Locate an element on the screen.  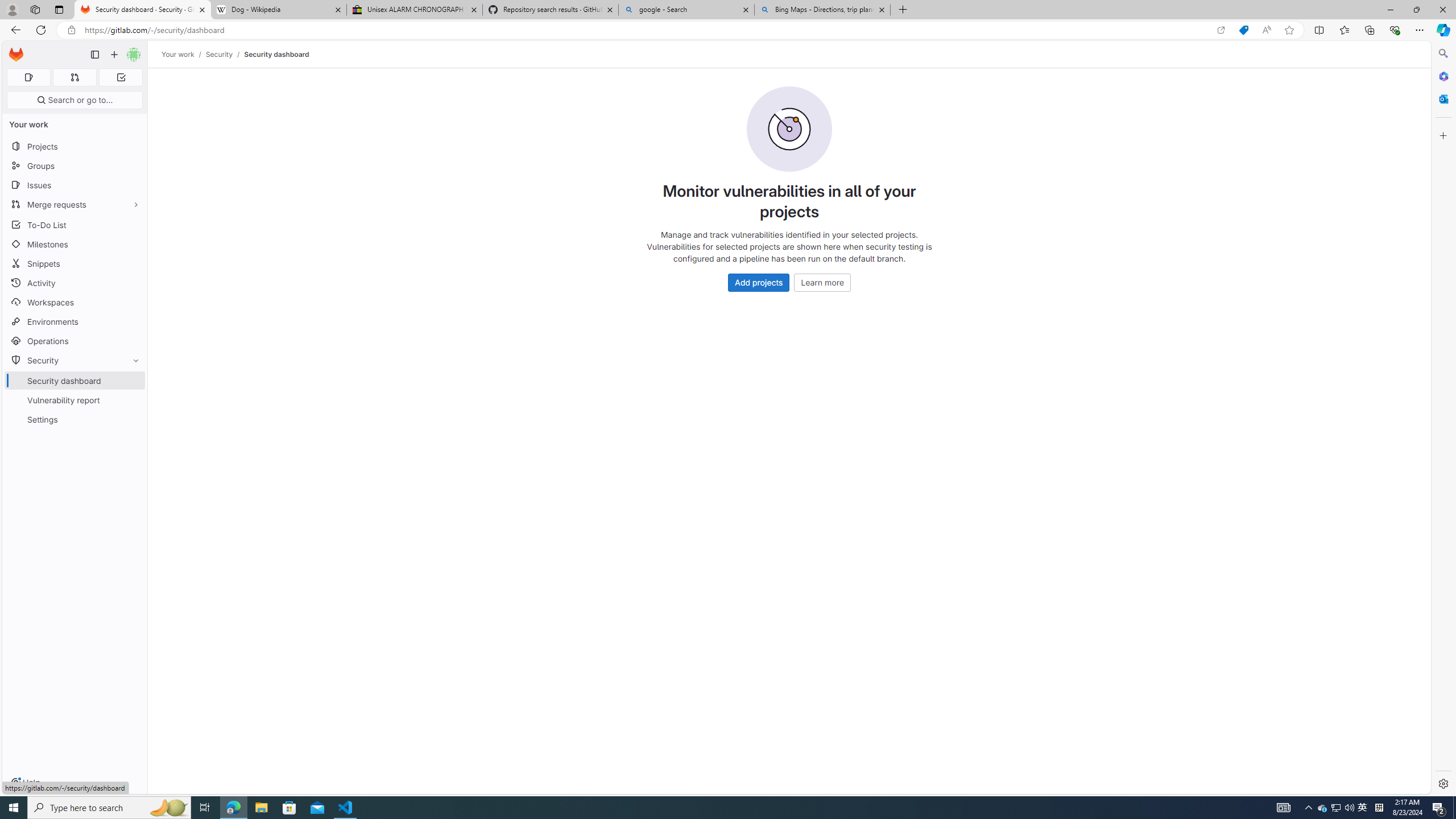
'Activity' is located at coordinates (74, 283).